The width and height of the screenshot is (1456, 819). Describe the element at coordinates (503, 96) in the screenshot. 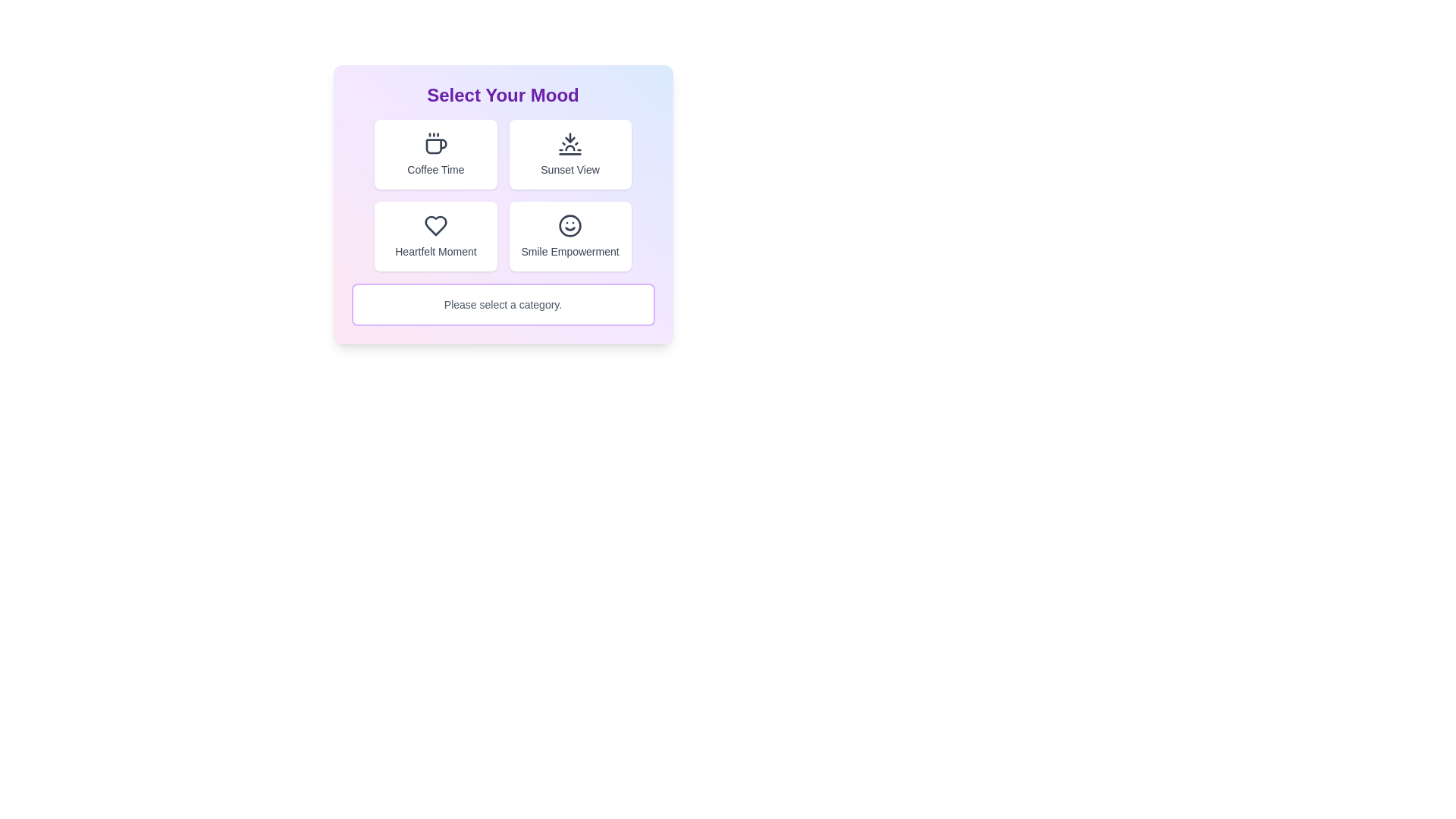

I see `text 'Select Your Mood' from the prominent header with bold, purple text at the top of the content card` at that location.